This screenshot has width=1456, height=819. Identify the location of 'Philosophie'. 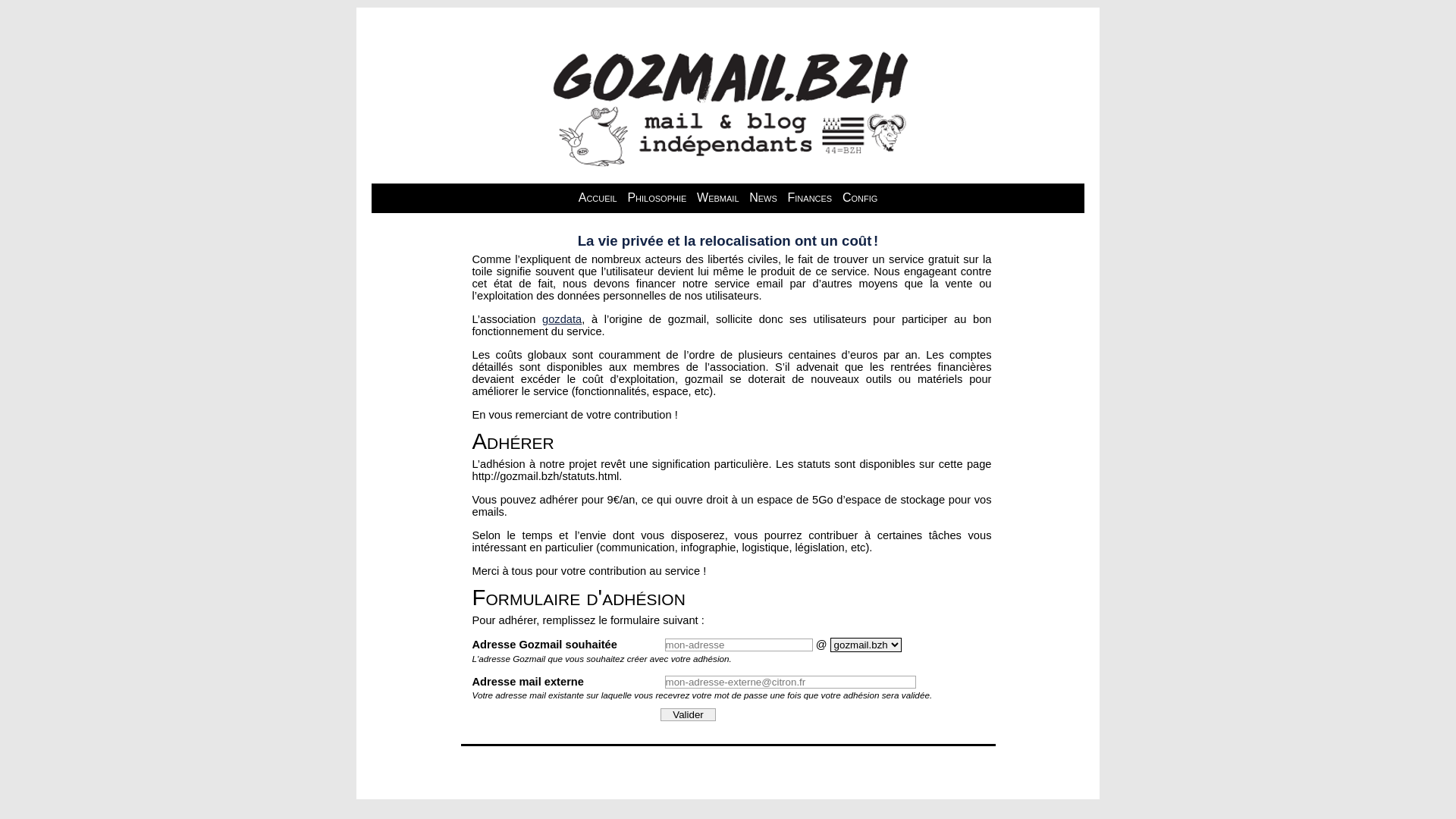
(656, 196).